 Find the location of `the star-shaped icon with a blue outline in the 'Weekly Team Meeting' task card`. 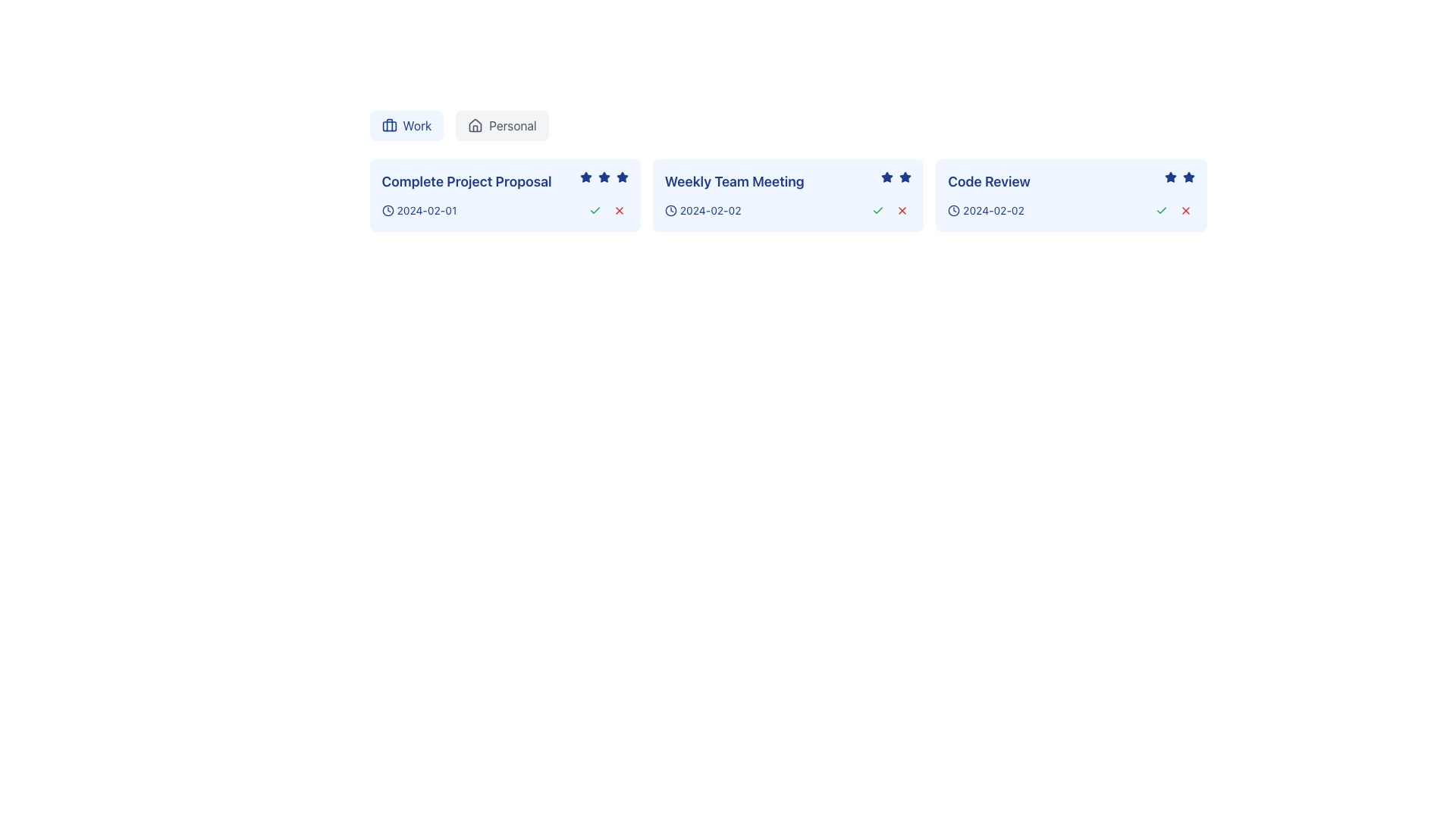

the star-shaped icon with a blue outline in the 'Weekly Team Meeting' task card is located at coordinates (905, 176).